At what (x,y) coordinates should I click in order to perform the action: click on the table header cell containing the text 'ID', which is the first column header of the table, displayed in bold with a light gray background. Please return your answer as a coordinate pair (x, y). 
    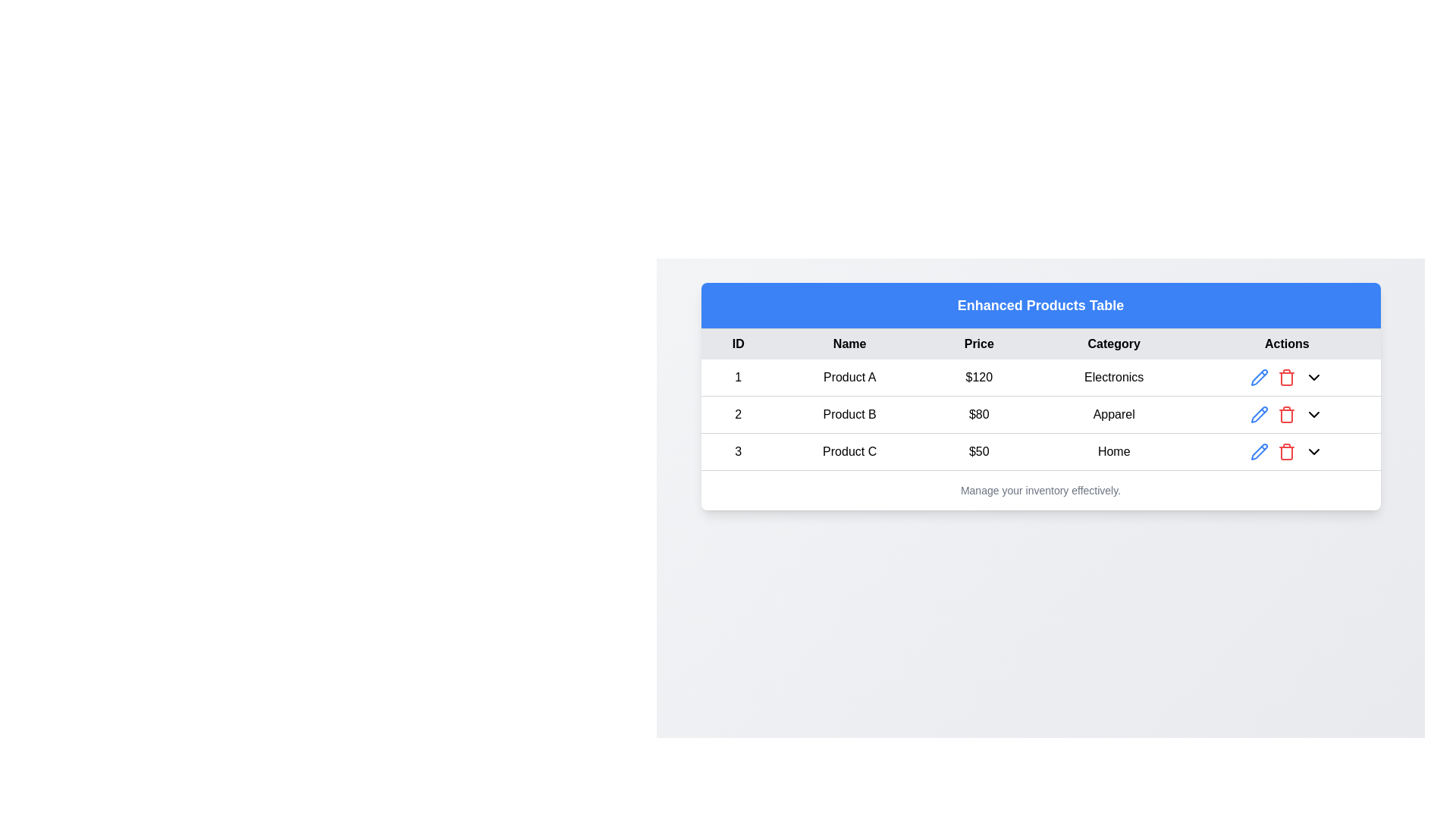
    Looking at the image, I should click on (738, 344).